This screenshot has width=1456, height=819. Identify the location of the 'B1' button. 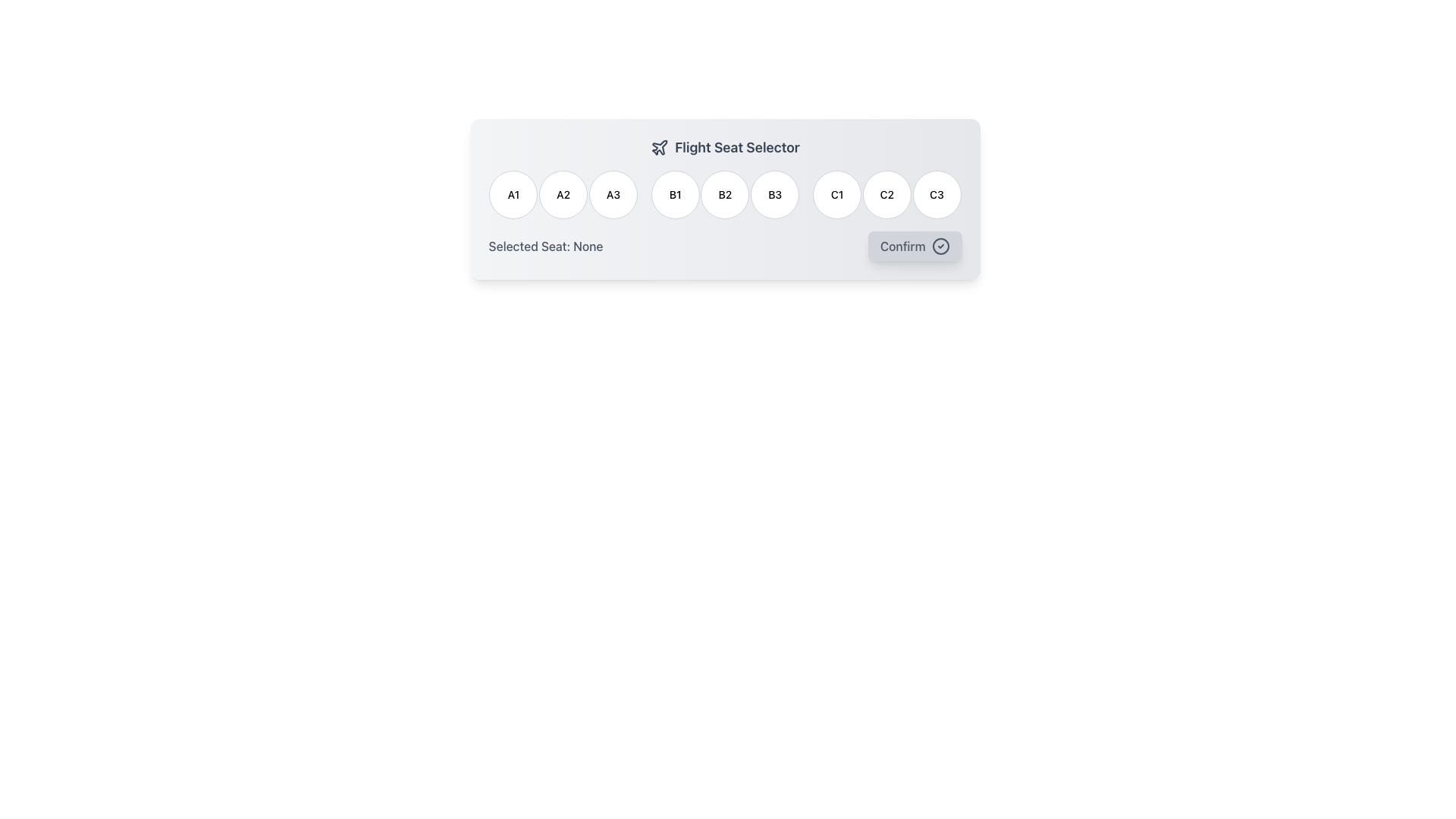
(674, 194).